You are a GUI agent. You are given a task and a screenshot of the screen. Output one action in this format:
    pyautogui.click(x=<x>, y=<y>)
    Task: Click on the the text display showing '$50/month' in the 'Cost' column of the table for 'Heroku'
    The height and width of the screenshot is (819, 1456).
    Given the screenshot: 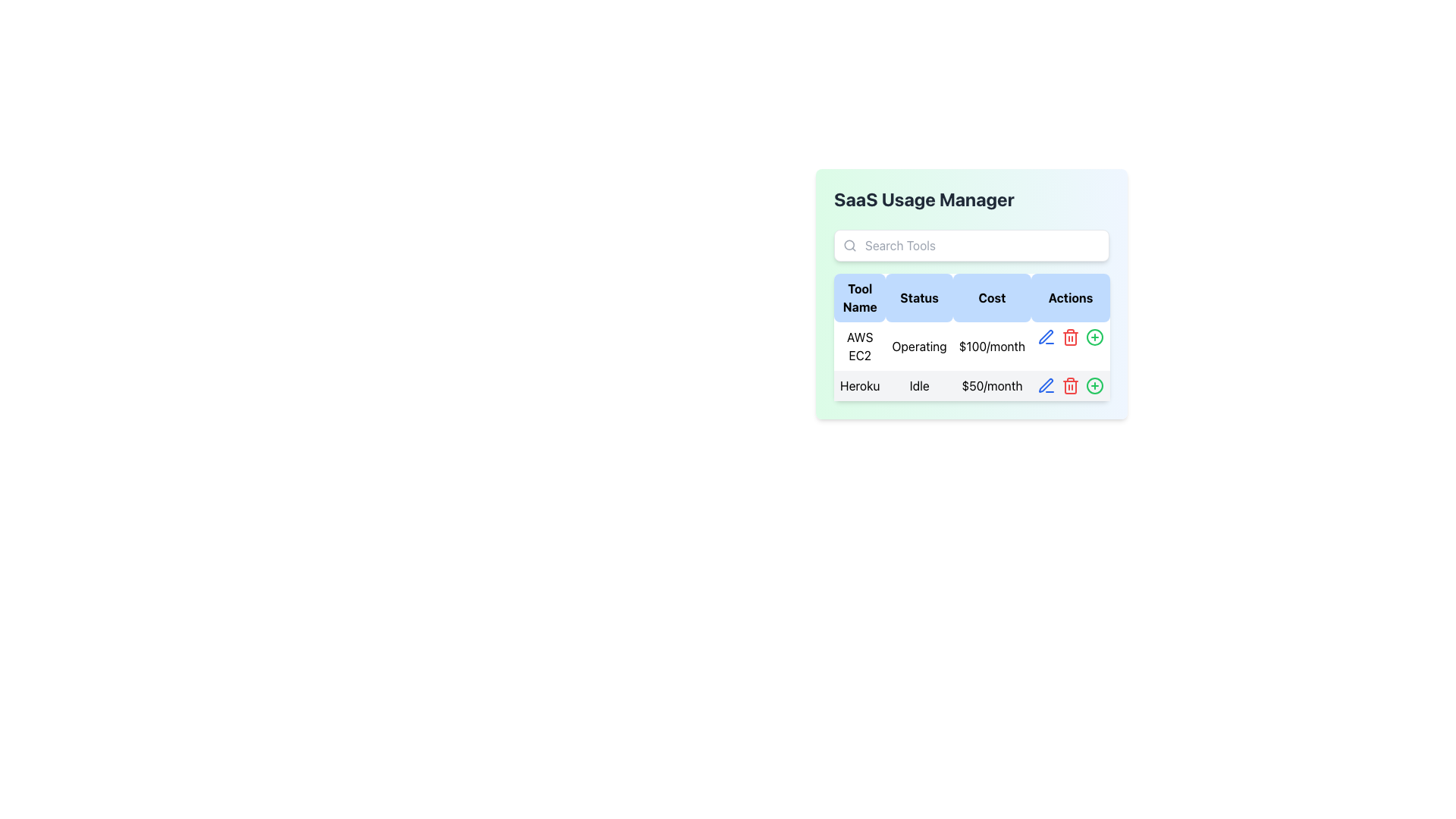 What is the action you would take?
    pyautogui.click(x=992, y=385)
    